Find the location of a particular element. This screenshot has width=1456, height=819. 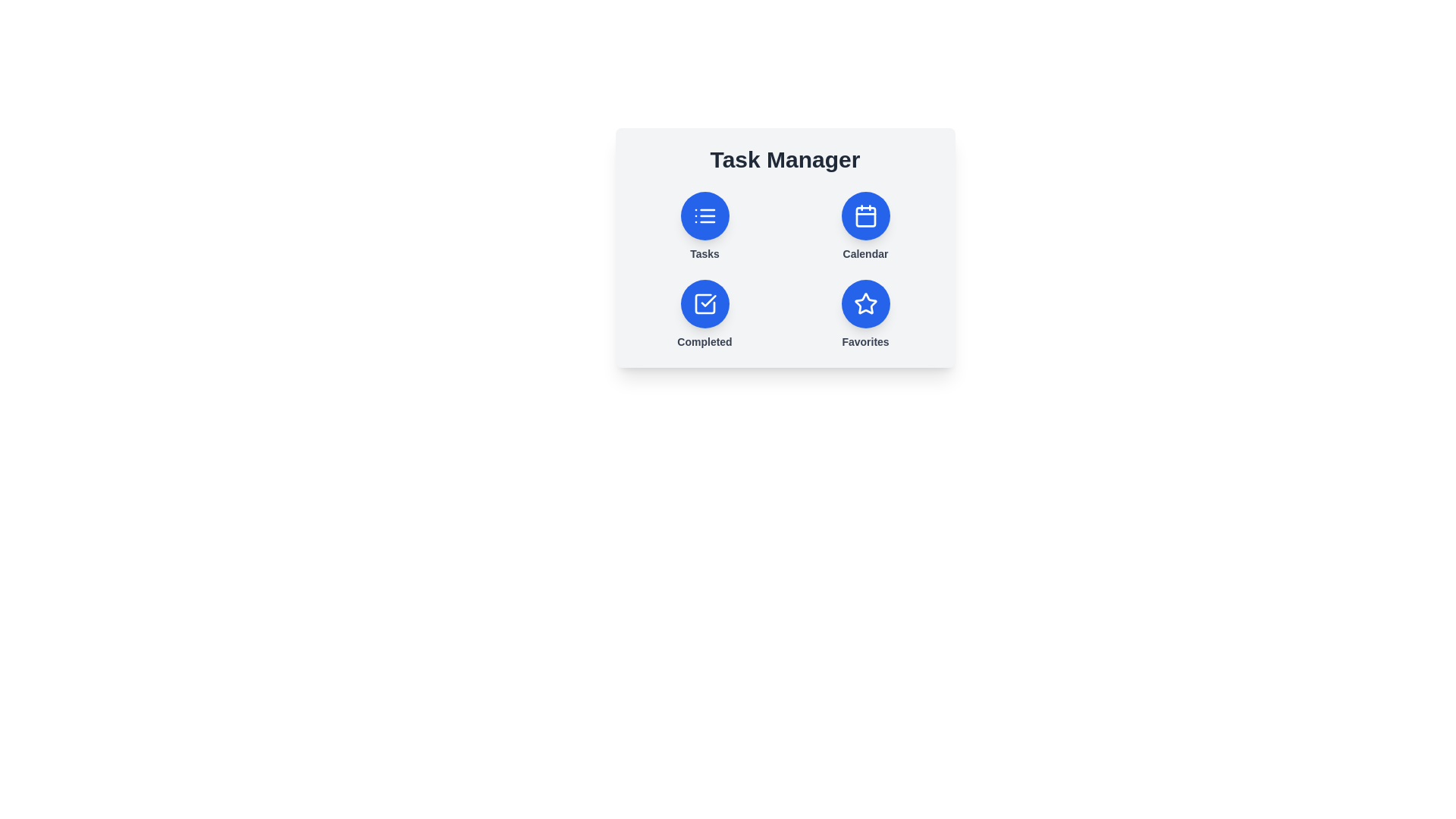

the blue square checkmark icon located in the lower-left quadrant of the grid layout is located at coordinates (704, 304).